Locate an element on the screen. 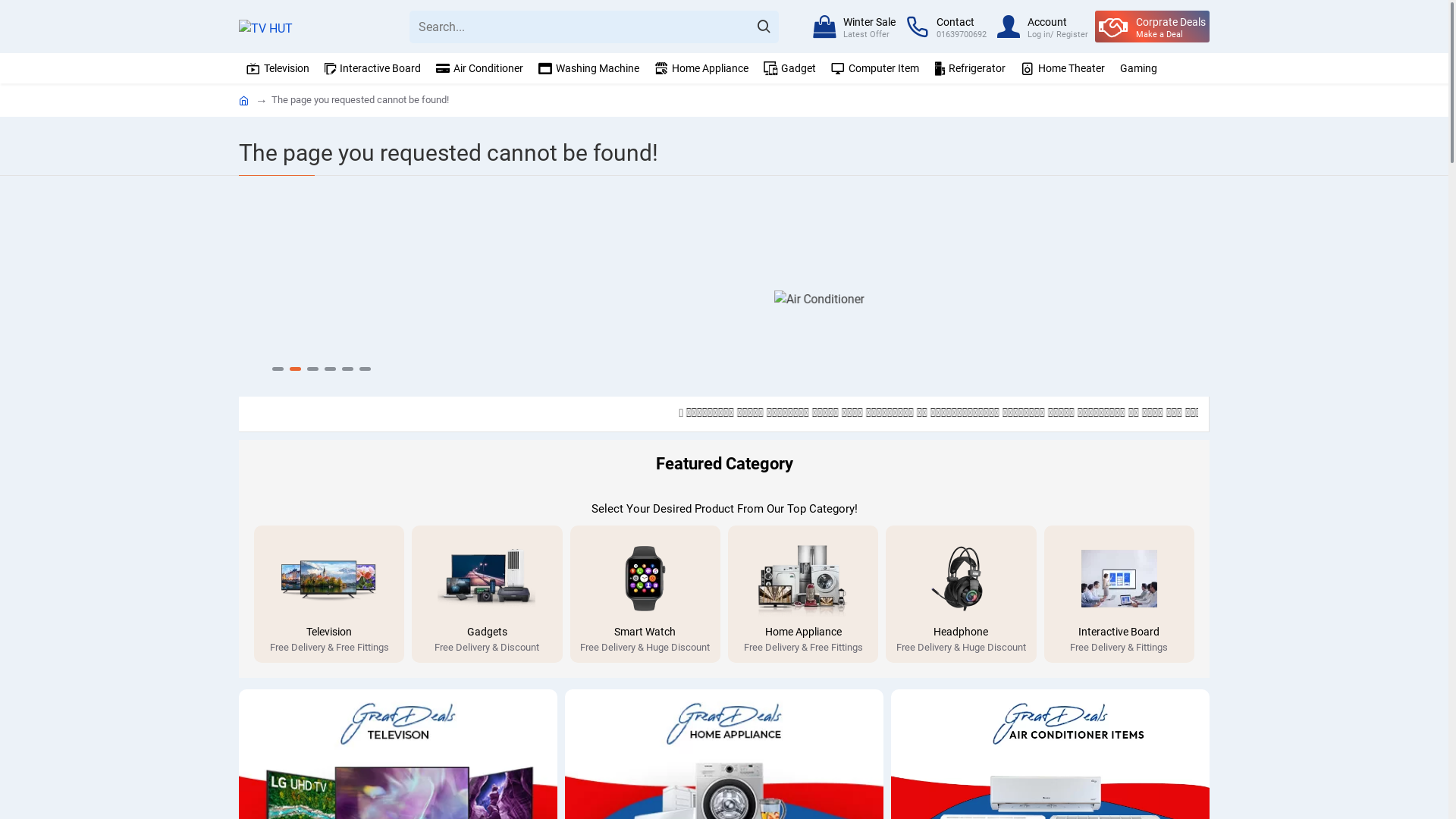 The image size is (1456, 819). 'The page you requested cannot be found!' is located at coordinates (359, 99).